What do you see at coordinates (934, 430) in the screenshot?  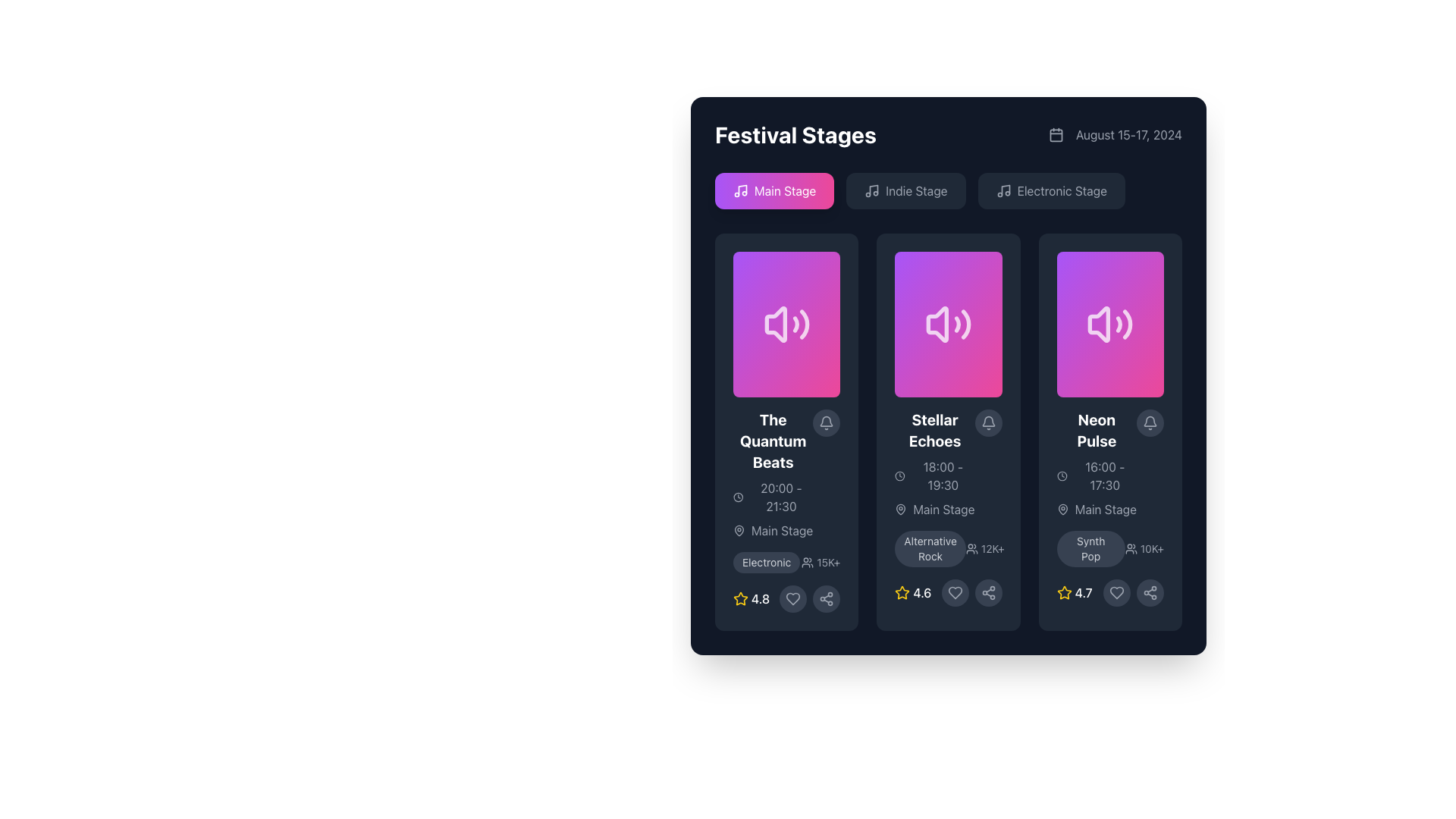 I see `the header text element 'Stellar Echoes', which serves as the title for a specific event, positioned above the time and location labels in the middle card of three event cards` at bounding box center [934, 430].